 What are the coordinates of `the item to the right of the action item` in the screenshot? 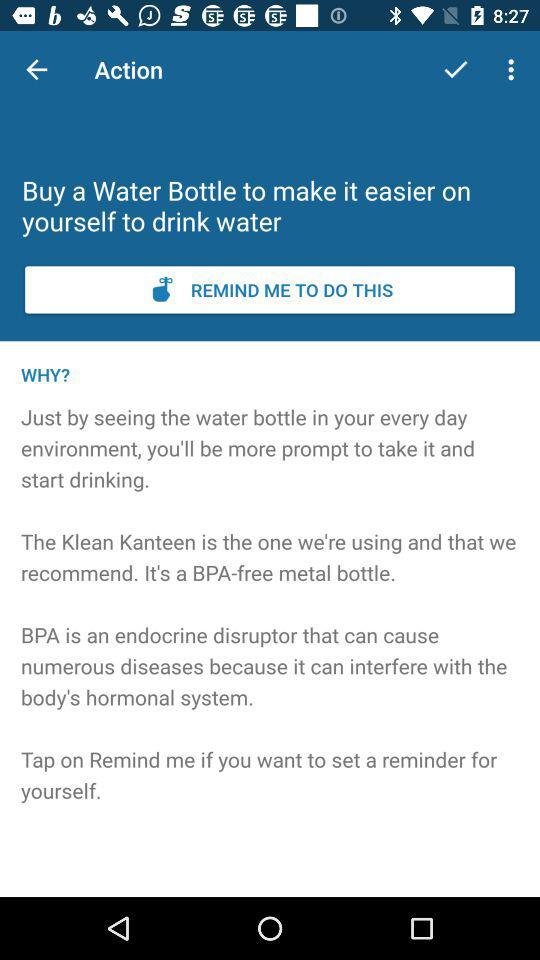 It's located at (455, 69).